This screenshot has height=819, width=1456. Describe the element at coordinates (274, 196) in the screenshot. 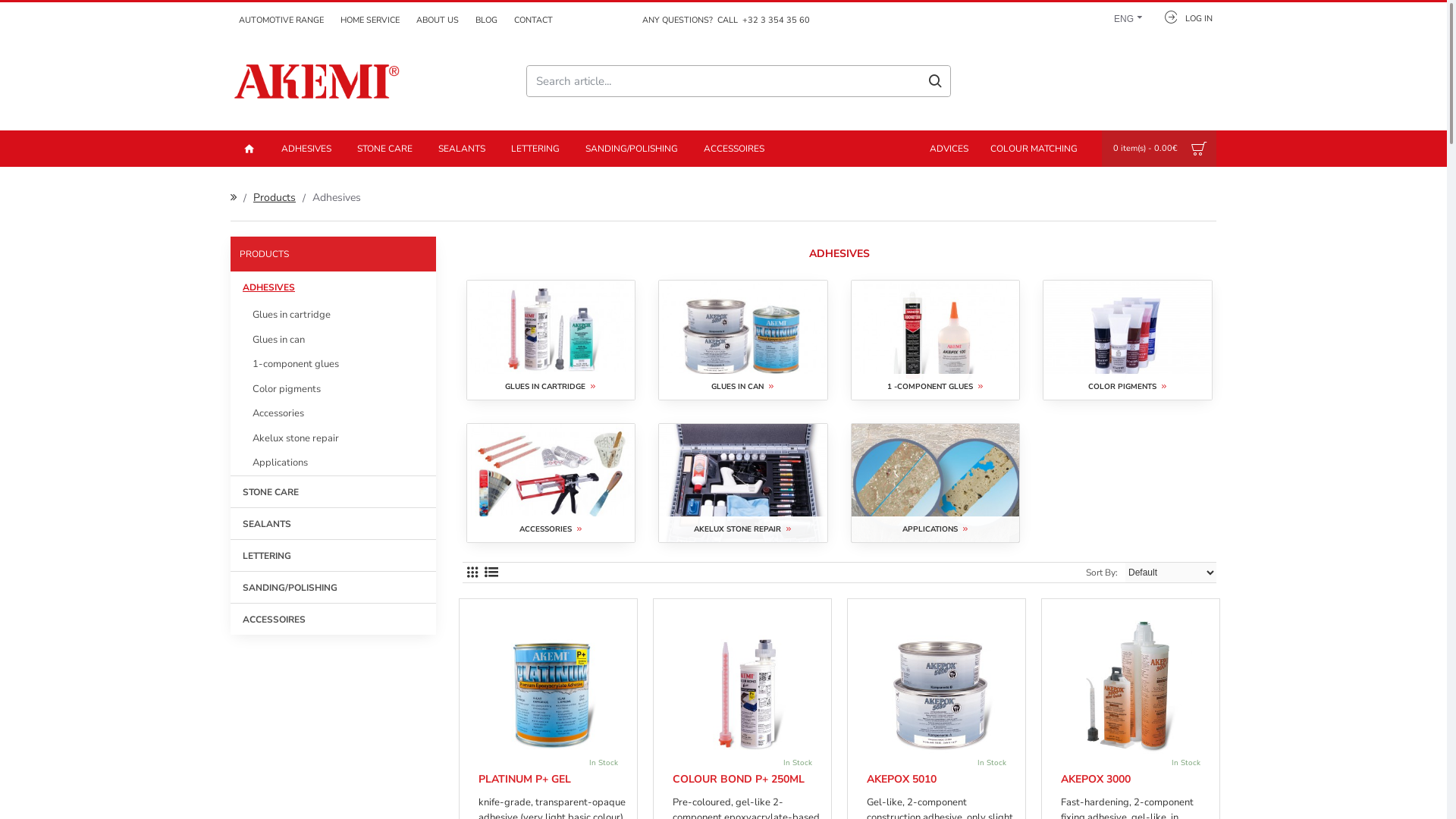

I see `'Products'` at that location.